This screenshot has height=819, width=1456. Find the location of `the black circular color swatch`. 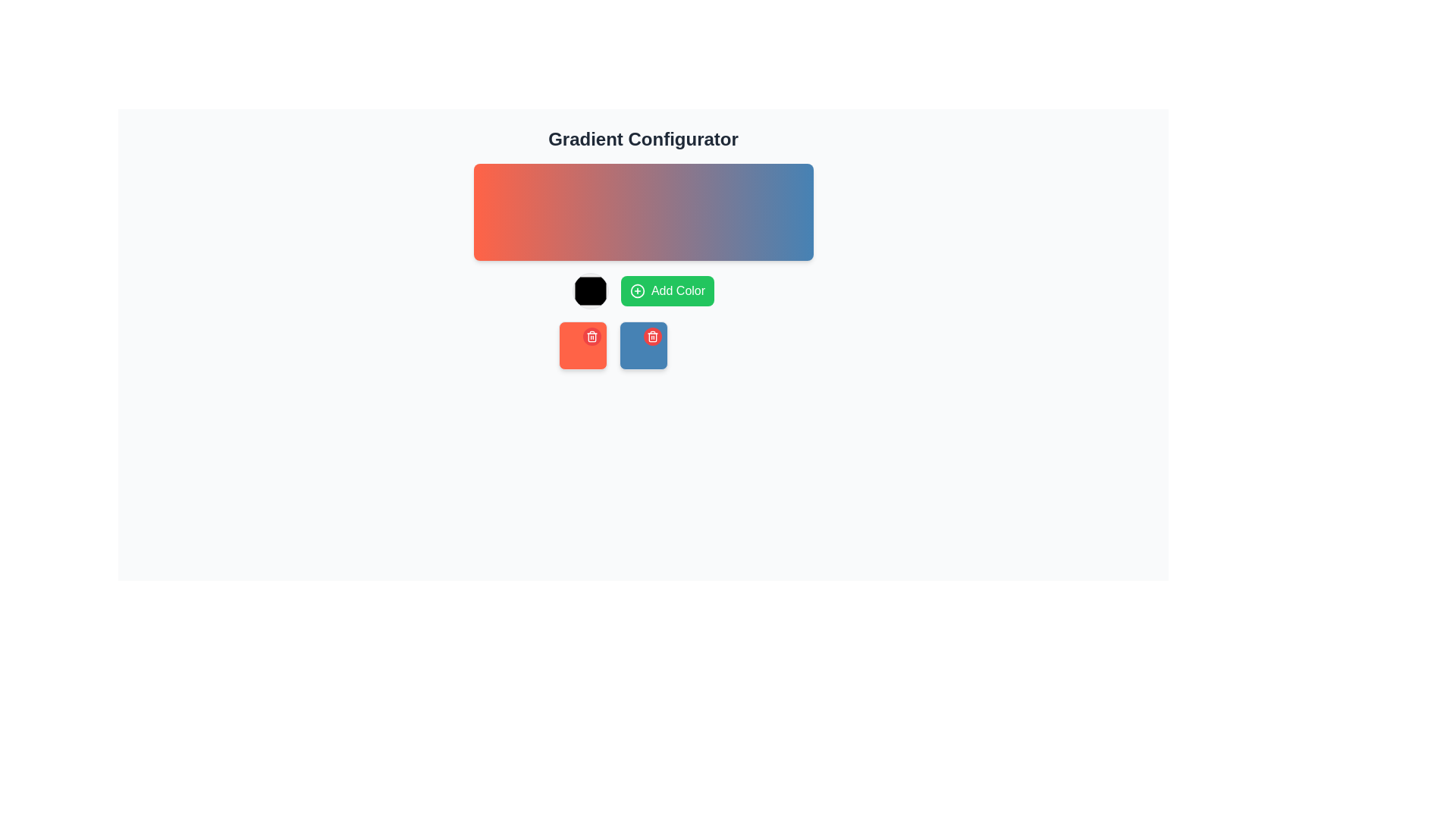

the black circular color swatch is located at coordinates (589, 291).